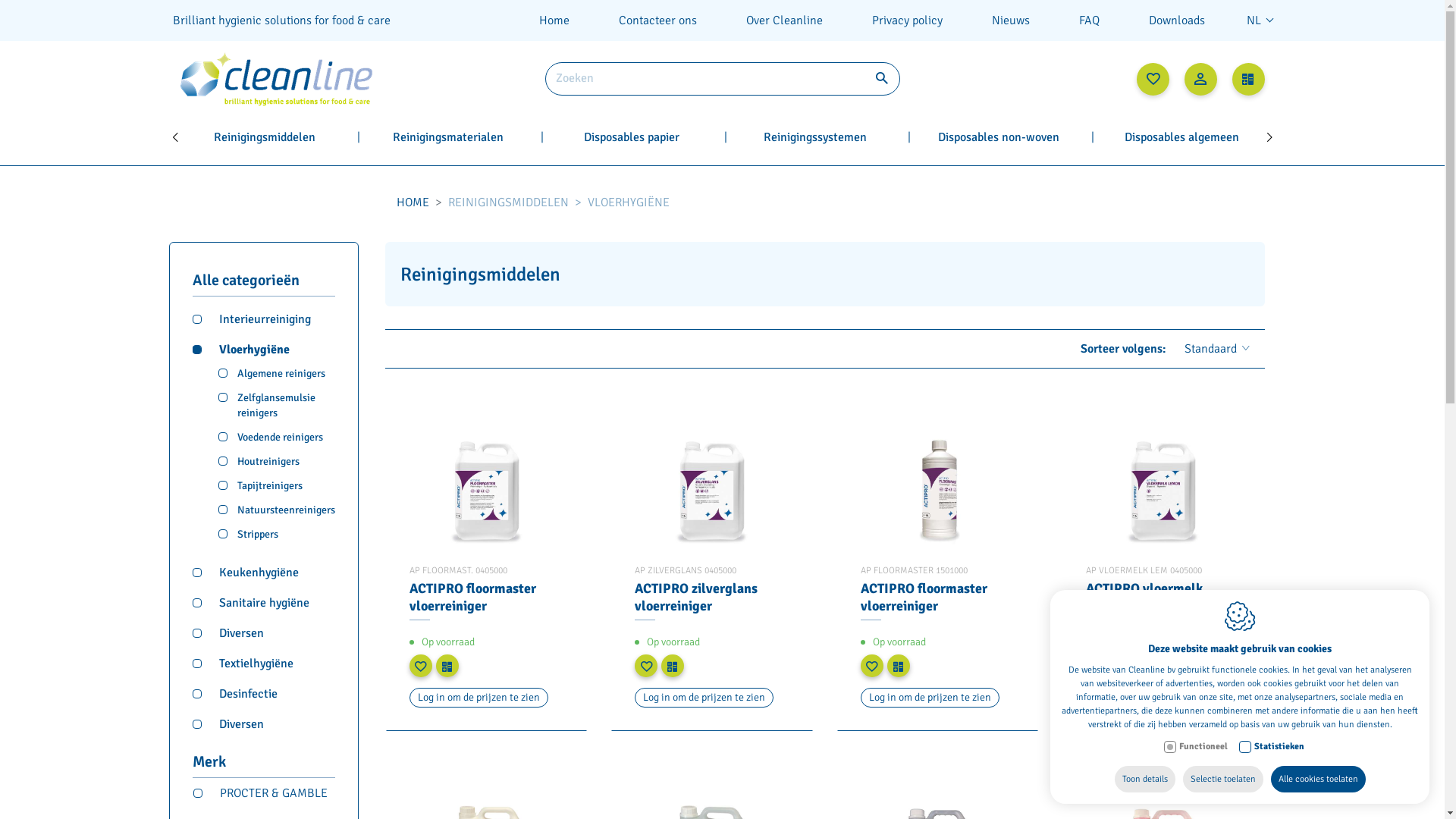 The height and width of the screenshot is (819, 1456). What do you see at coordinates (276, 369) in the screenshot?
I see `'Algemene reinigers'` at bounding box center [276, 369].